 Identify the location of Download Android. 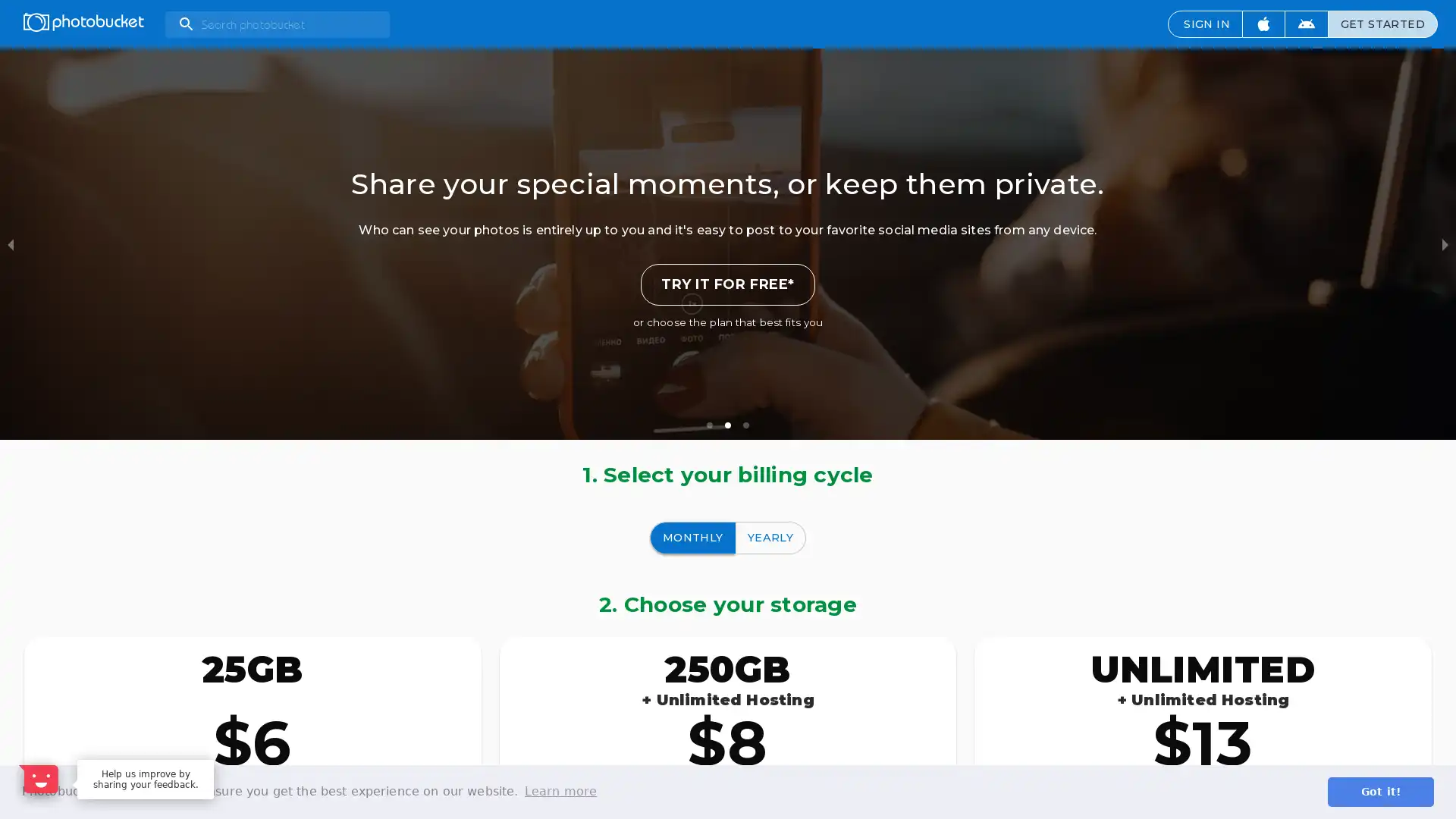
(1305, 24).